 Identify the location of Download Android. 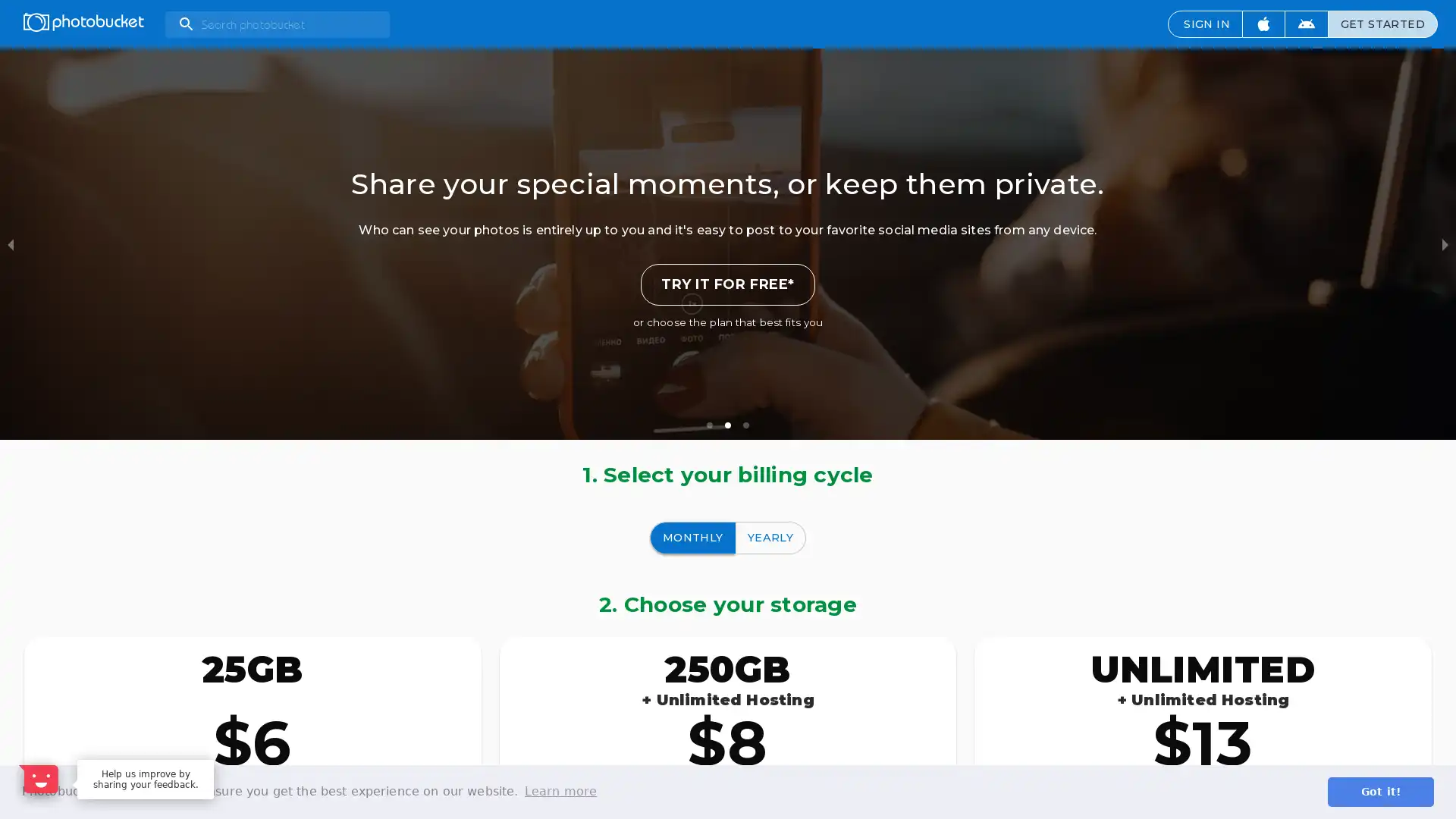
(1305, 24).